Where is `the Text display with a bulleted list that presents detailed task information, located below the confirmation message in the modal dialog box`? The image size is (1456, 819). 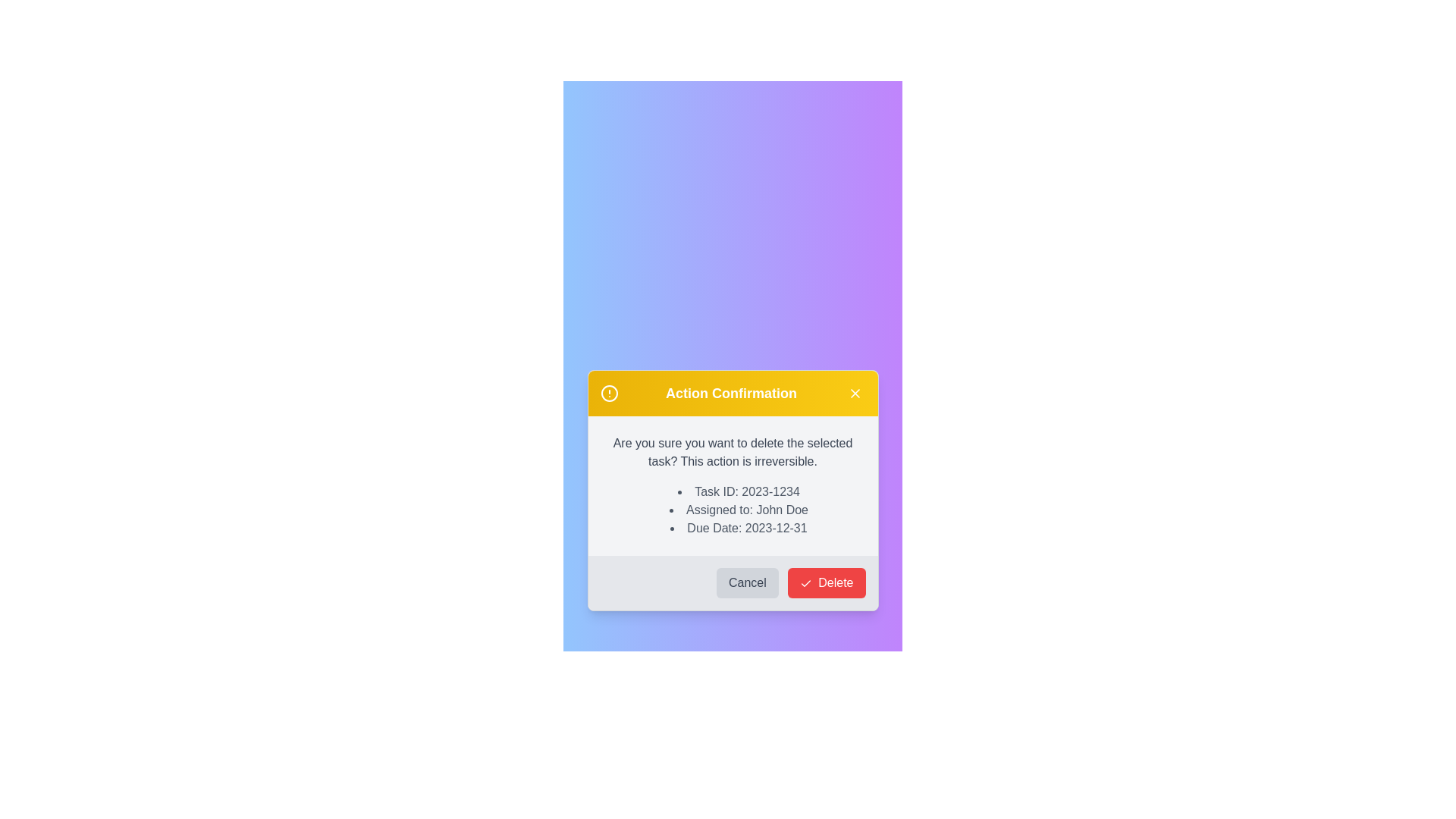
the Text display with a bulleted list that presents detailed task information, located below the confirmation message in the modal dialog box is located at coordinates (733, 510).